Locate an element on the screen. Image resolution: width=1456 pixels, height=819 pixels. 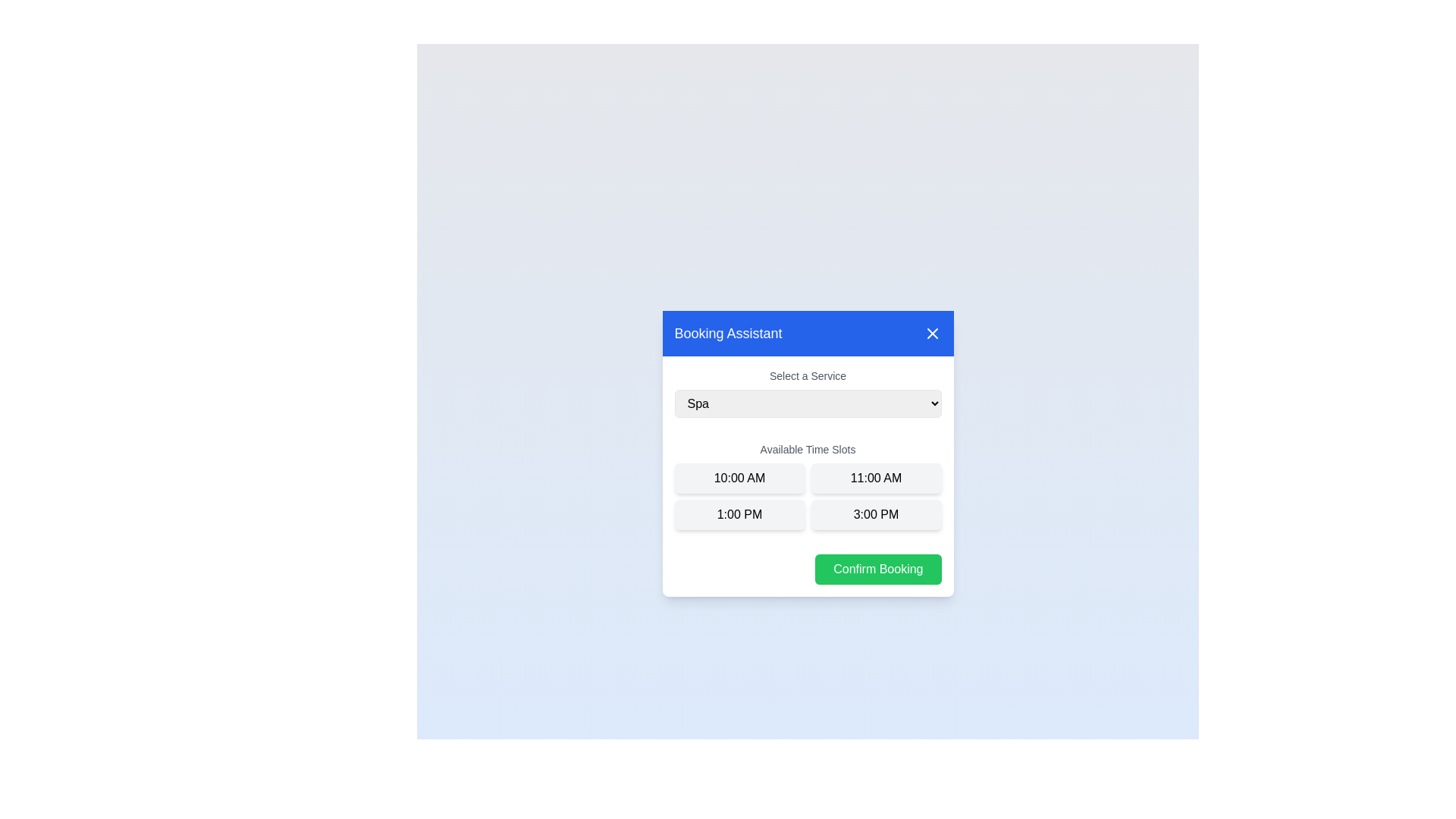
the time slot 1:00 PM by clicking on its button is located at coordinates (739, 513).